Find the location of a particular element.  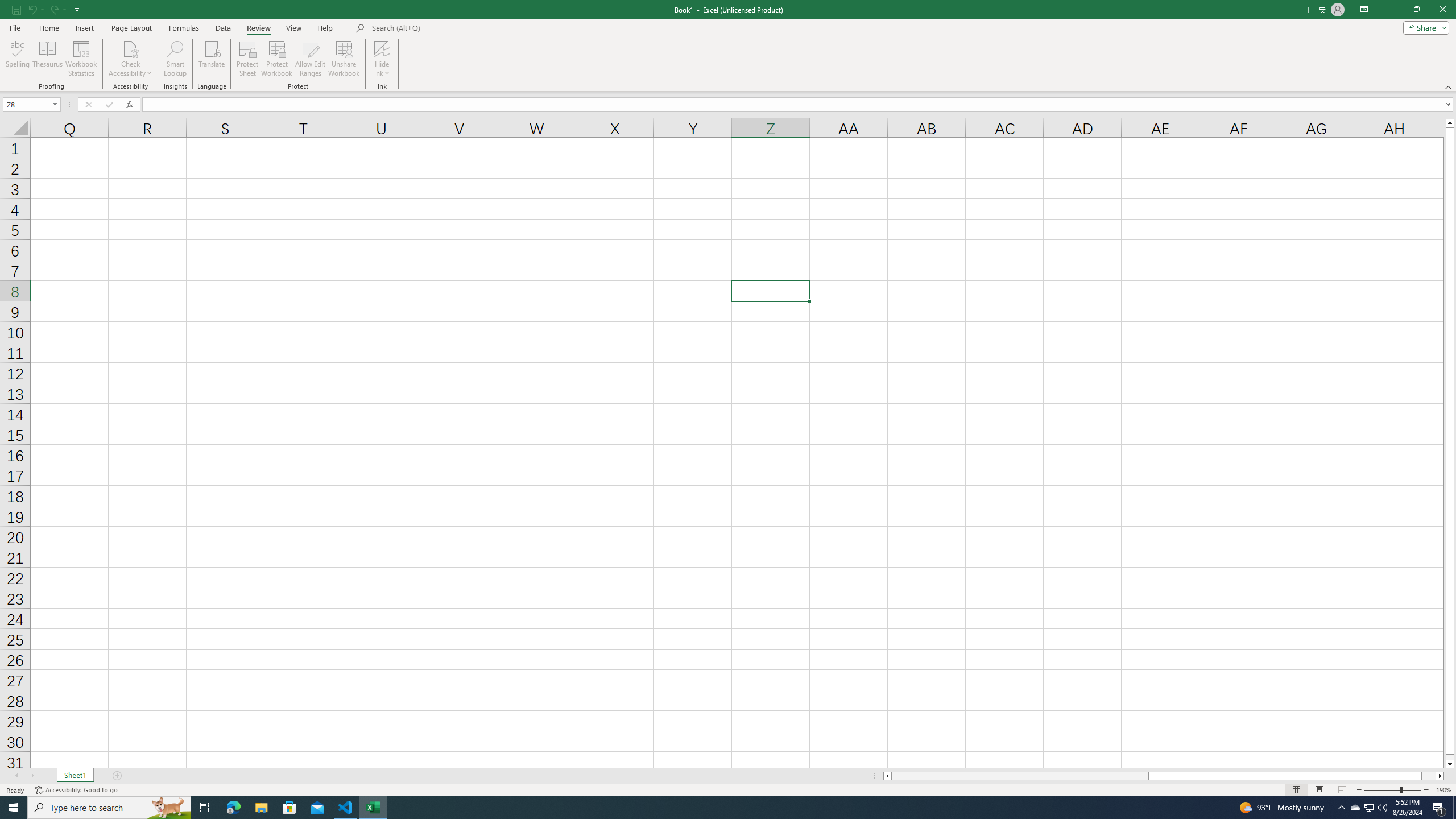

'Unshare Workbook' is located at coordinates (344, 59).